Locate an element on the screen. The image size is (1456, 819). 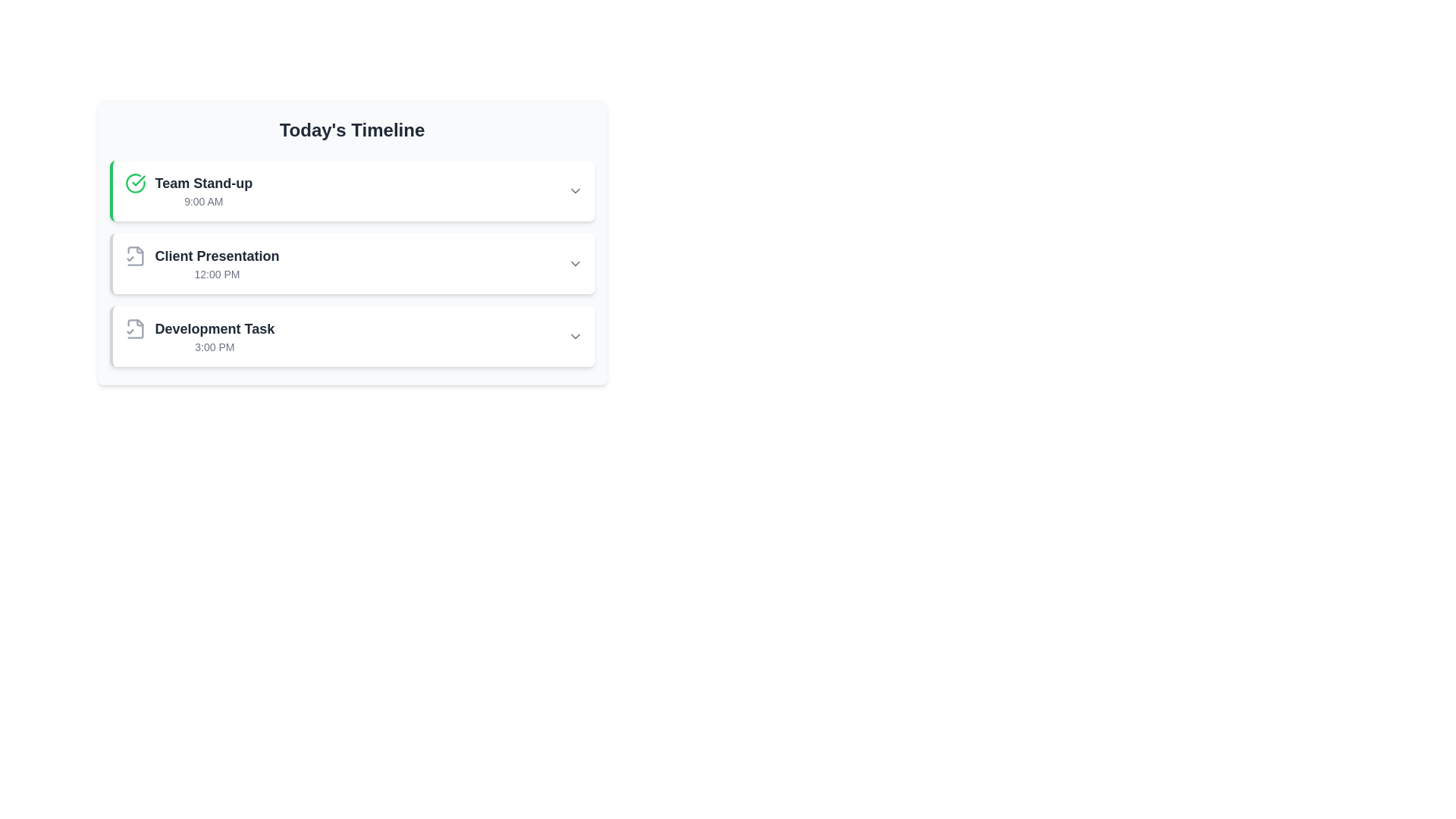
text content of the bold text label displaying 'Development Task', which is the title of the third entry in 'Today's Timeline' is located at coordinates (214, 328).